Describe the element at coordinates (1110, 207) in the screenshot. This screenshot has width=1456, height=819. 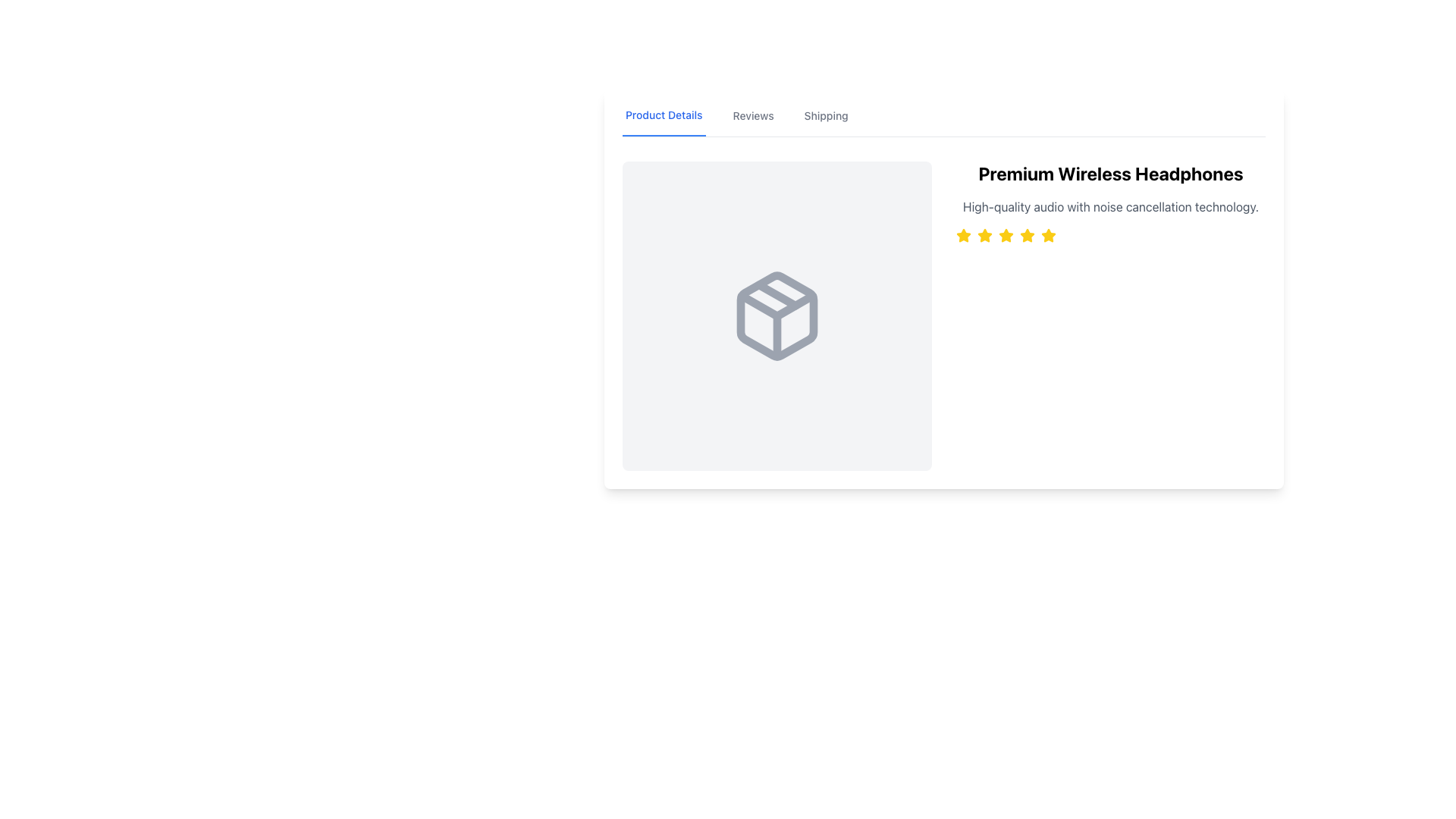
I see `the text label that describes 'High-quality audio with noise cancellation technology.', which is located below the heading 'Premium Wireless Headphones' in the product details interface` at that location.